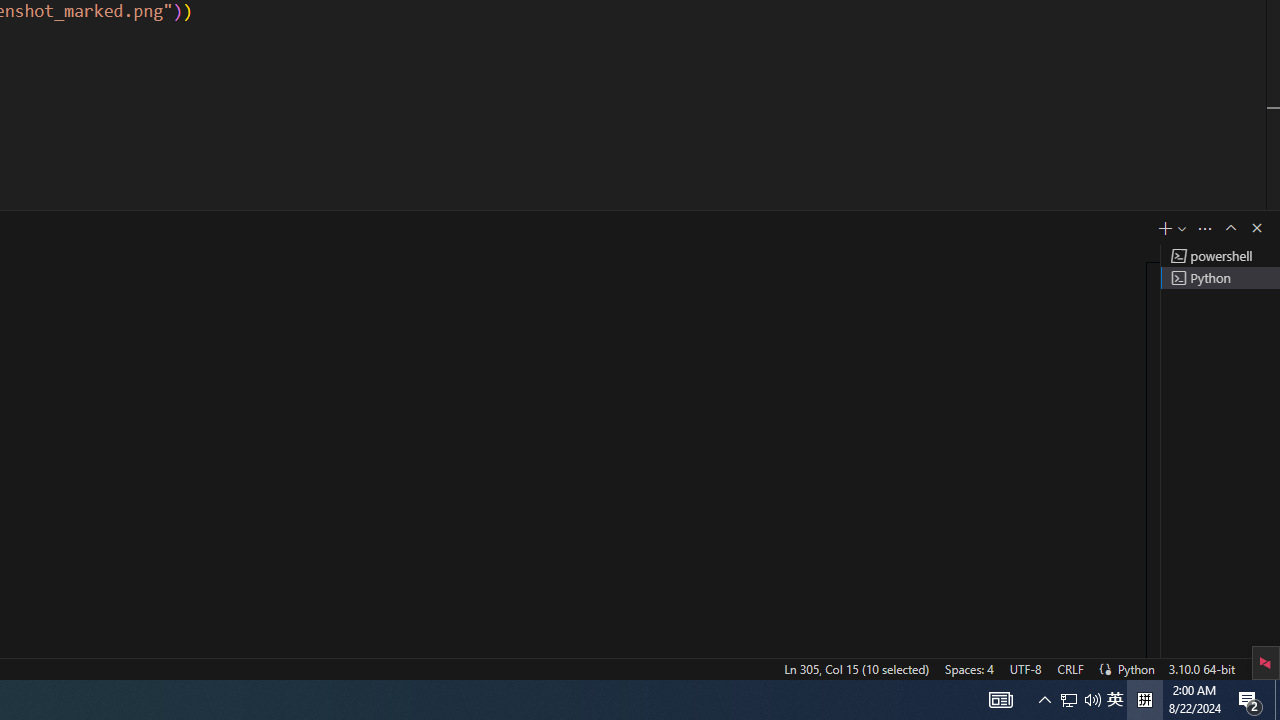  What do you see at coordinates (1255, 226) in the screenshot?
I see `'Hide Panel'` at bounding box center [1255, 226].